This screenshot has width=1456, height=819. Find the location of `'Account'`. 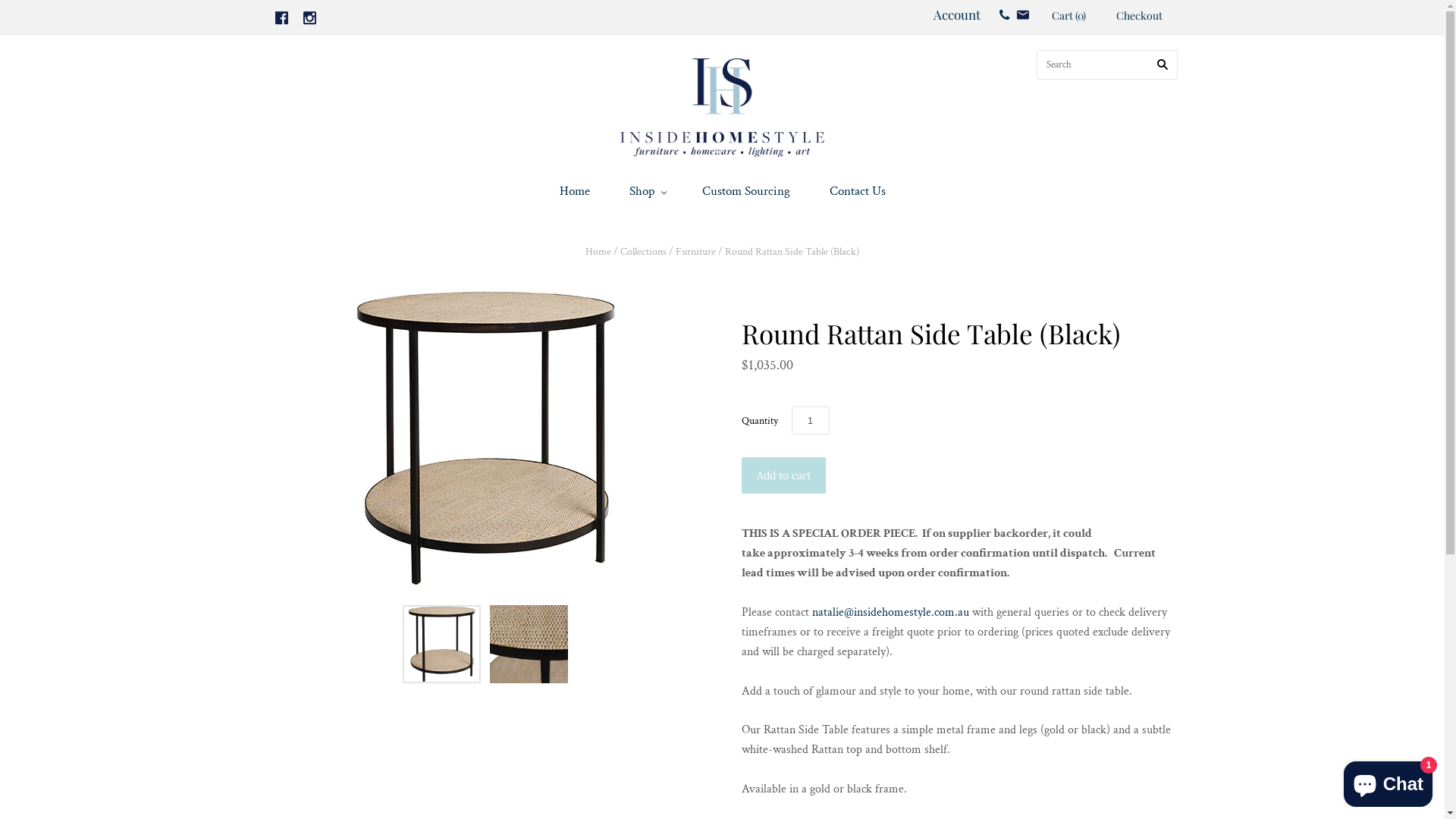

'Account' is located at coordinates (955, 14).